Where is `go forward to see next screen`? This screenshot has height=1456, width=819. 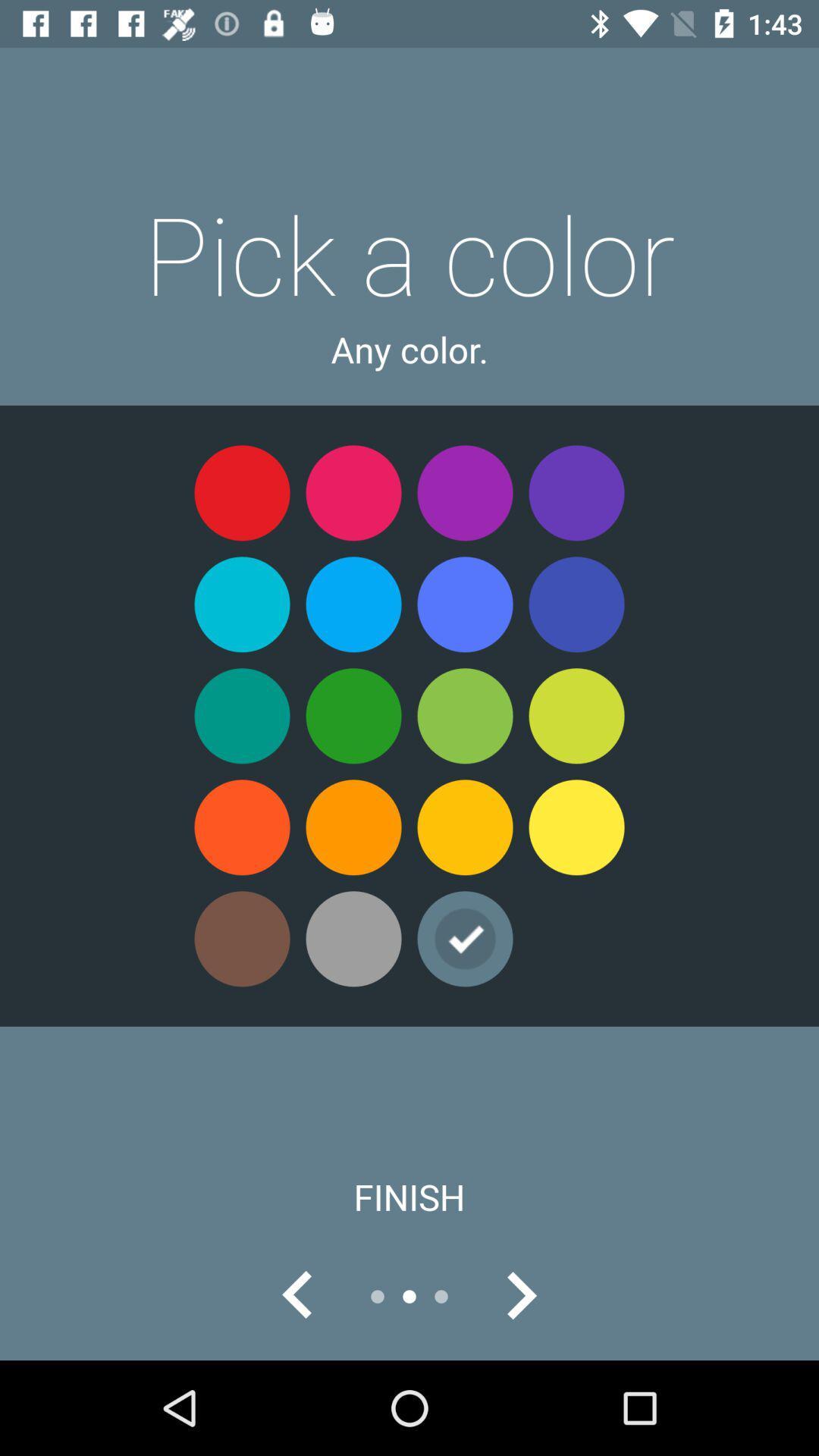 go forward to see next screen is located at coordinates (519, 1295).